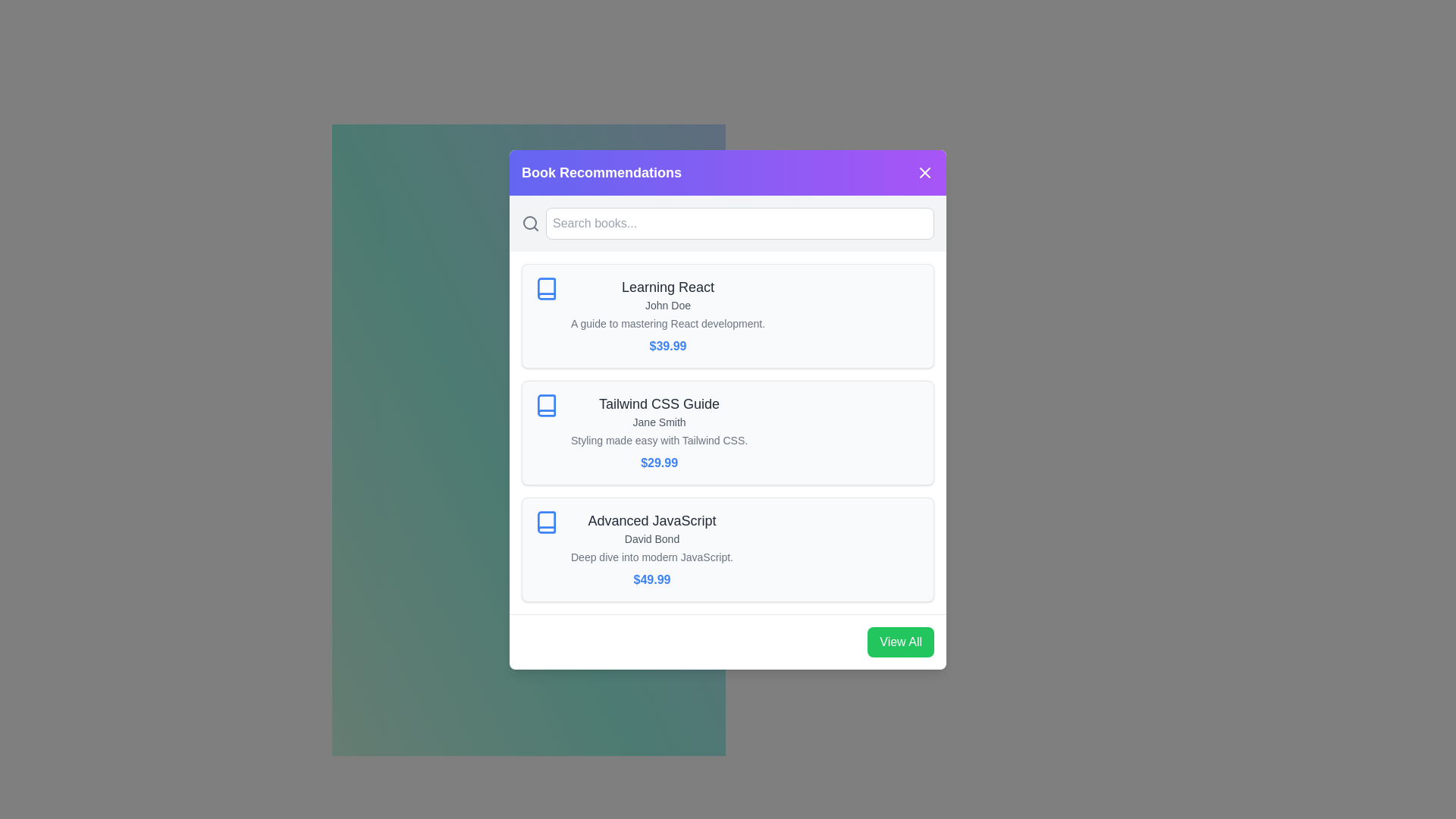  Describe the element at coordinates (667, 305) in the screenshot. I see `the text component displaying 'John Doe', which is styled in light gray and located beneath 'Learning React' in the Book Recommendations modal` at that location.